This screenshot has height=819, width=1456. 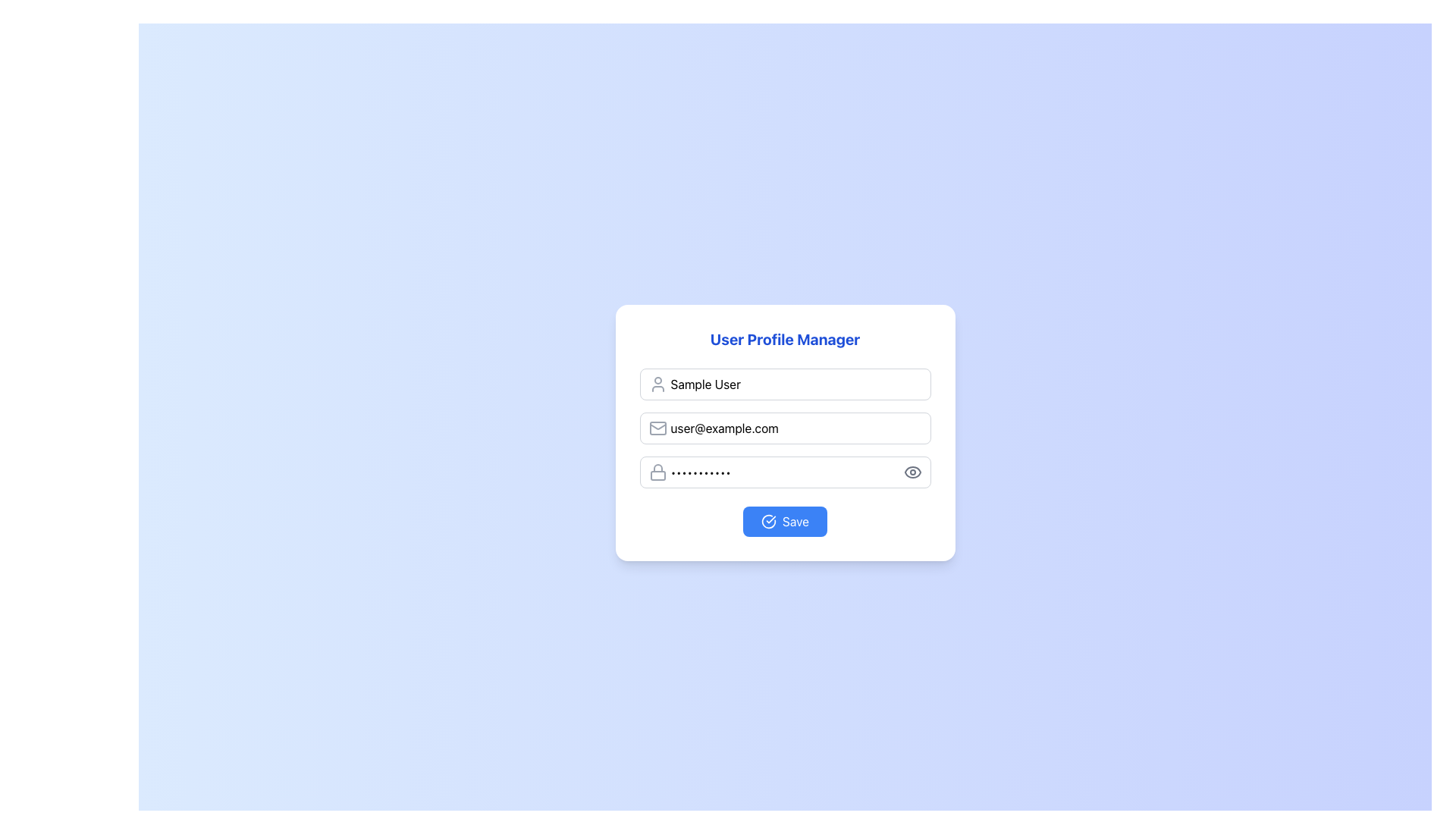 I want to click on the padlock icon, which is a light gray colored icon with a rounded body and a curved shackle, located inside the password input field next to the placeholder text, so click(x=657, y=472).